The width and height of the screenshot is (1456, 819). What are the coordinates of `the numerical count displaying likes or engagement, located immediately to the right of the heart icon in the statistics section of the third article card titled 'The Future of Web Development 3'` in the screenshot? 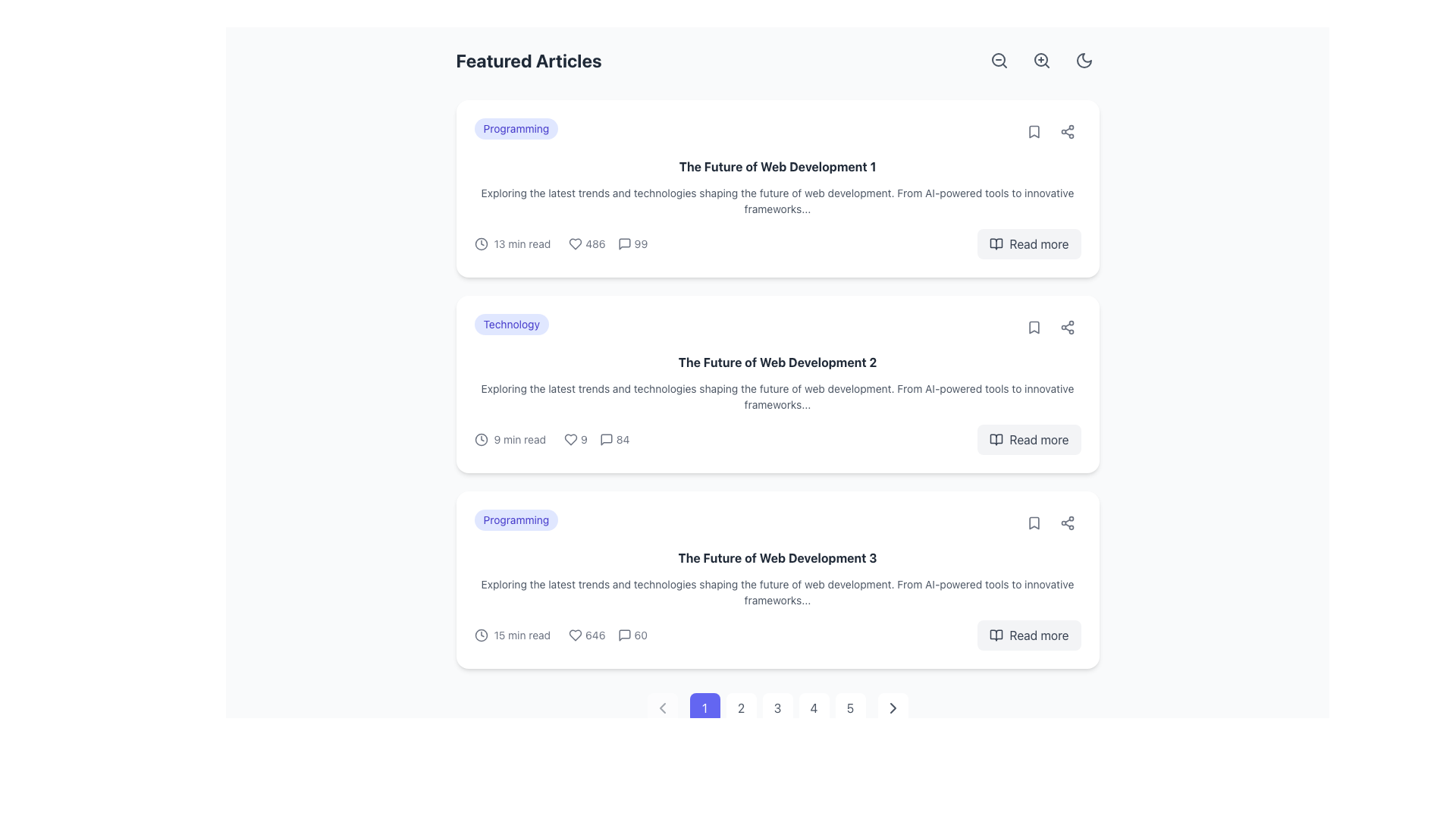 It's located at (595, 635).